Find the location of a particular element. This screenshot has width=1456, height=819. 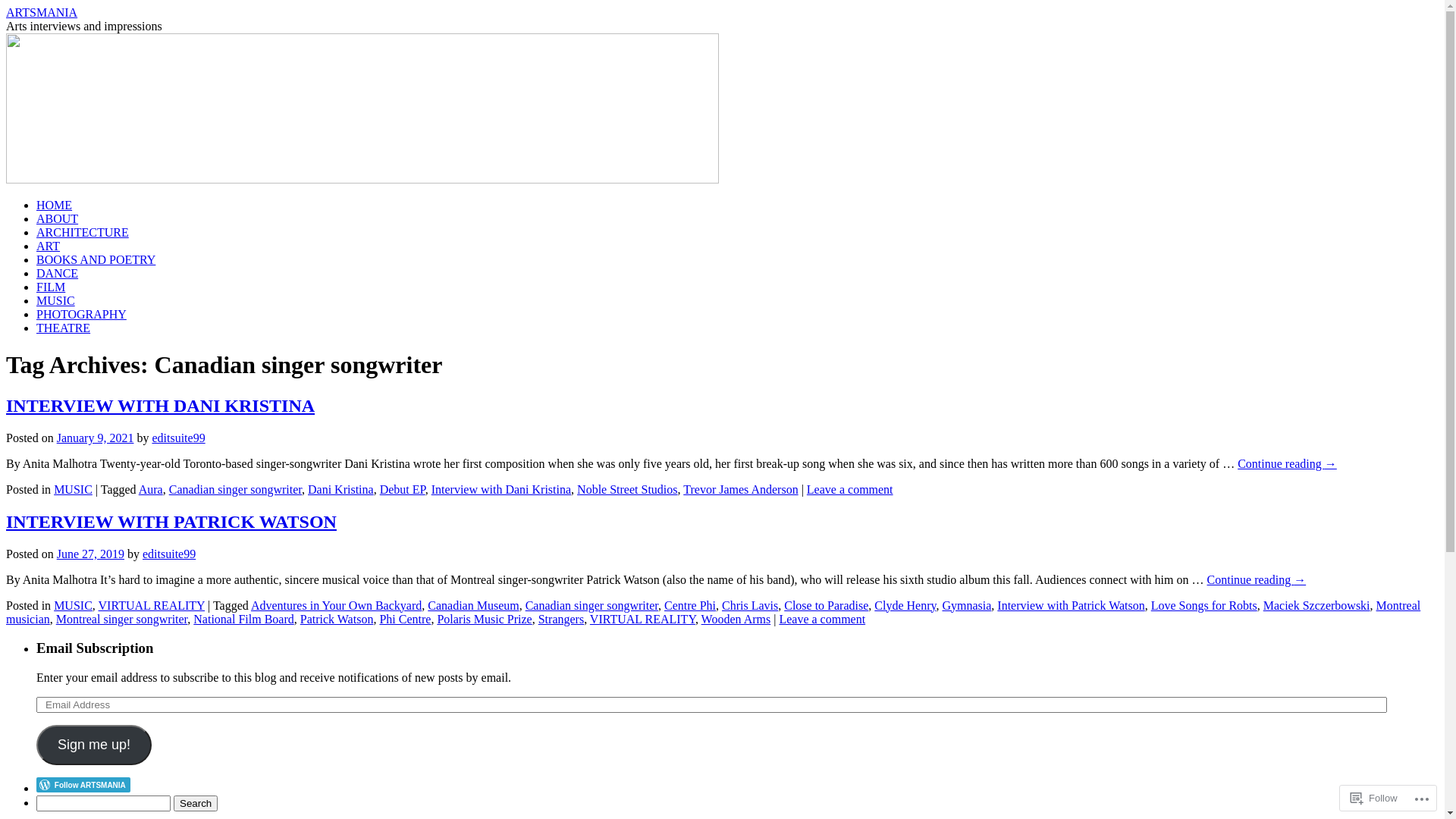

'Strangers' is located at coordinates (560, 619).